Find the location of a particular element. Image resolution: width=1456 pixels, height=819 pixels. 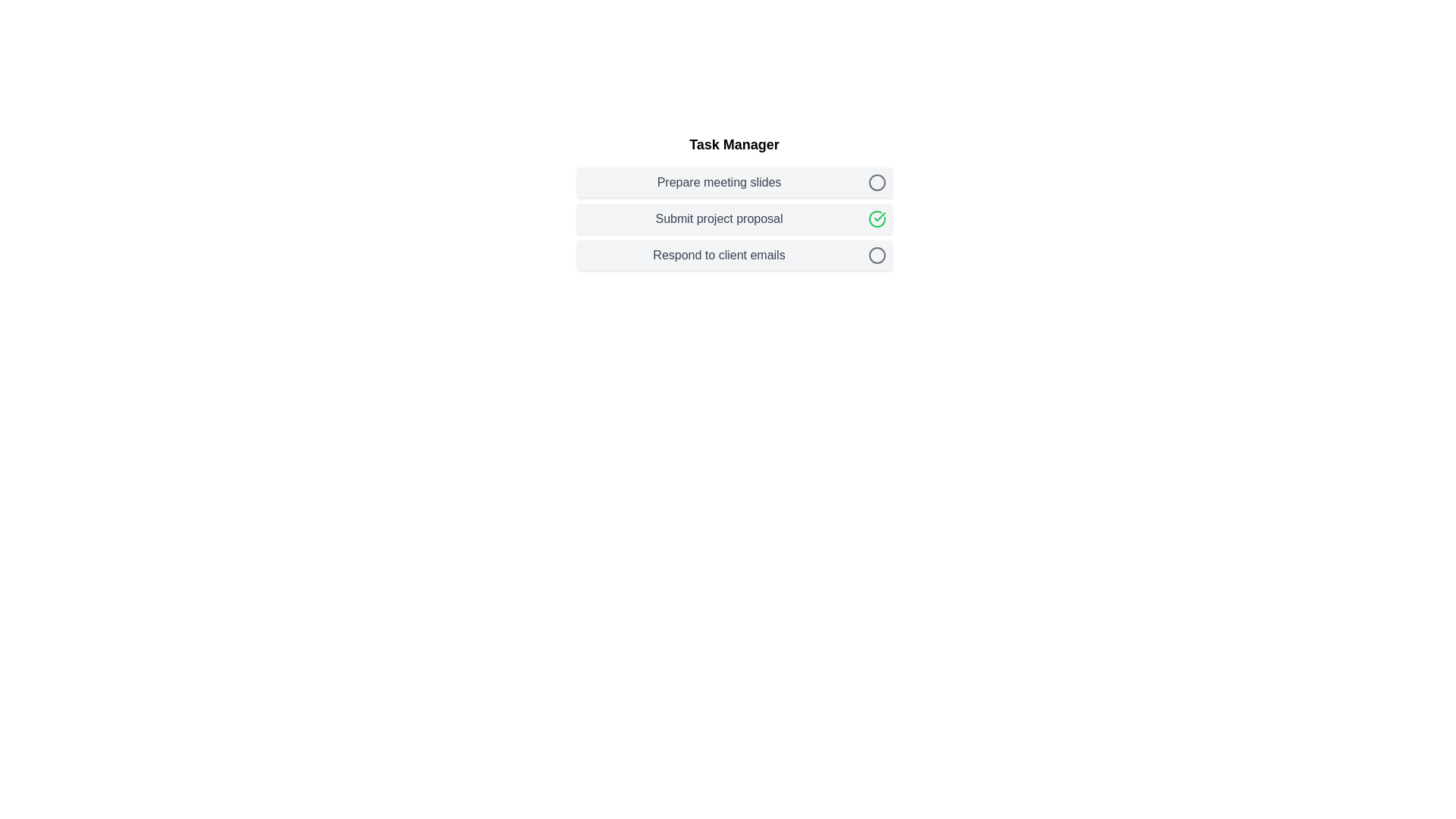

the second task in the 'Task Manager' list, which is 'Submit project proposal' is located at coordinates (734, 201).